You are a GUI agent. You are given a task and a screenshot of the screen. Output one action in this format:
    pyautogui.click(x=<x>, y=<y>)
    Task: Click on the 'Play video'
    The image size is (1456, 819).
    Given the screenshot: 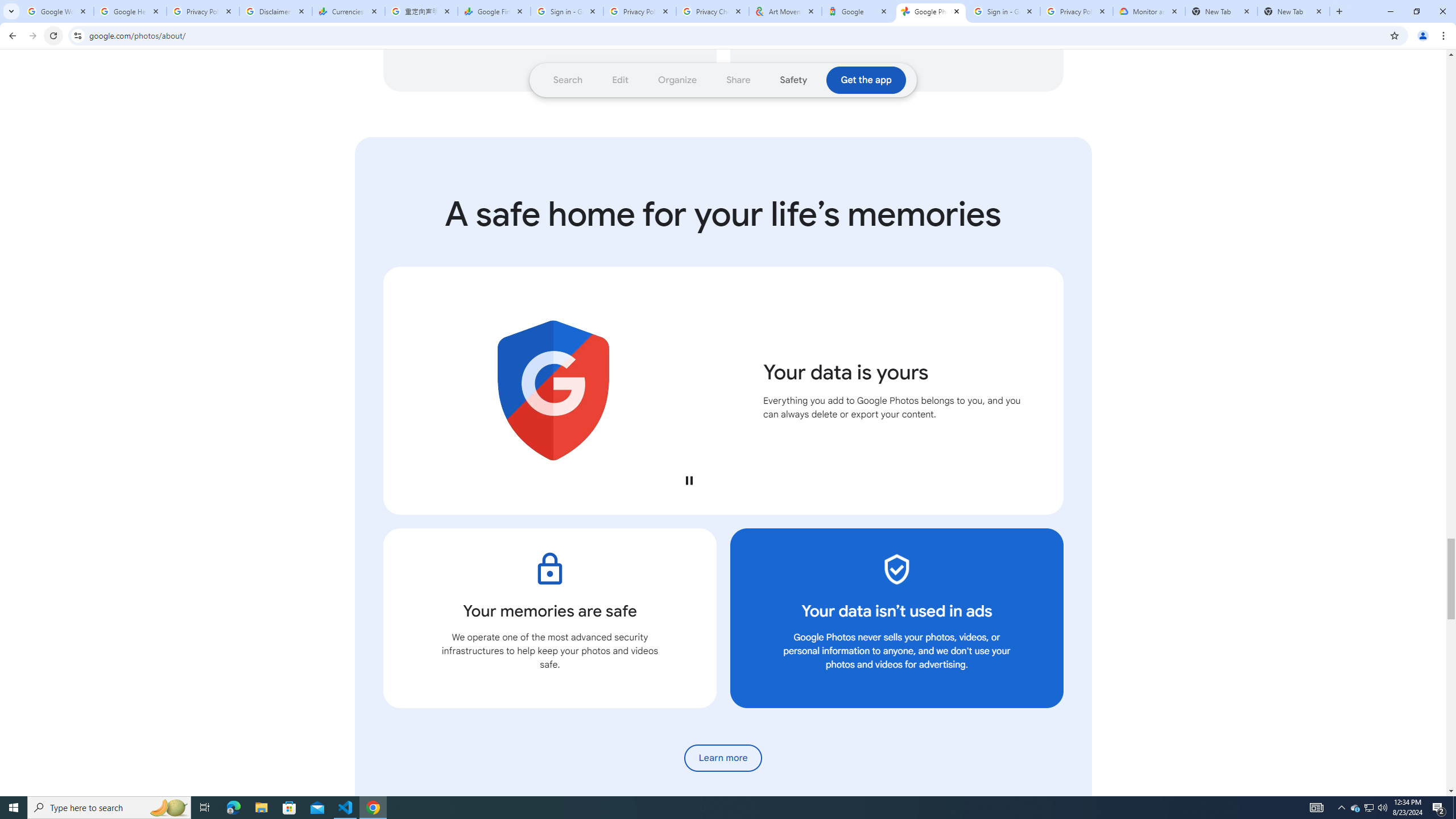 What is the action you would take?
    pyautogui.click(x=688, y=479)
    